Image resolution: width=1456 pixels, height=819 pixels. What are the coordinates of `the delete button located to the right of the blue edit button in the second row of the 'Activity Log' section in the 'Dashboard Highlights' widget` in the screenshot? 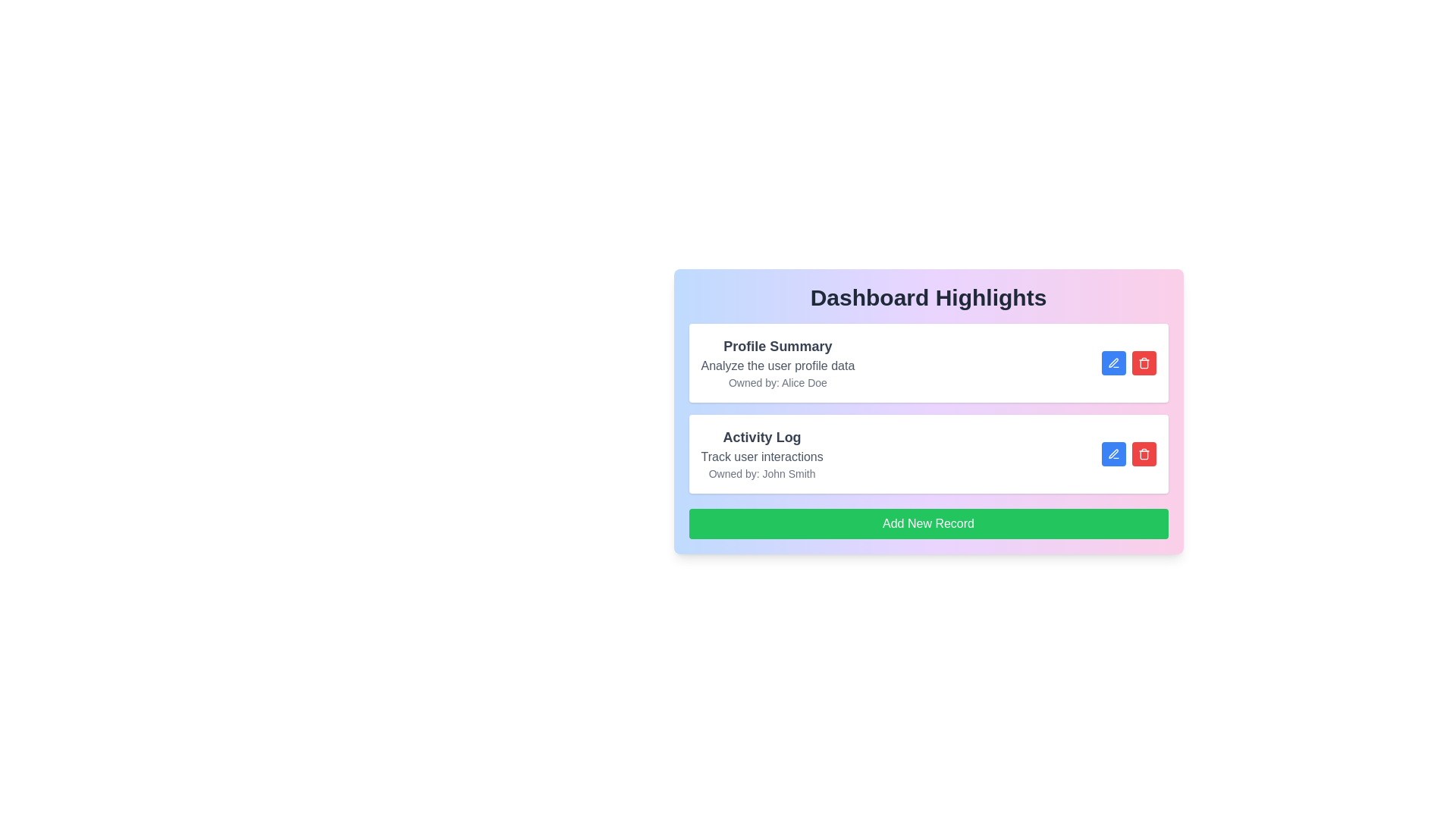 It's located at (1144, 362).